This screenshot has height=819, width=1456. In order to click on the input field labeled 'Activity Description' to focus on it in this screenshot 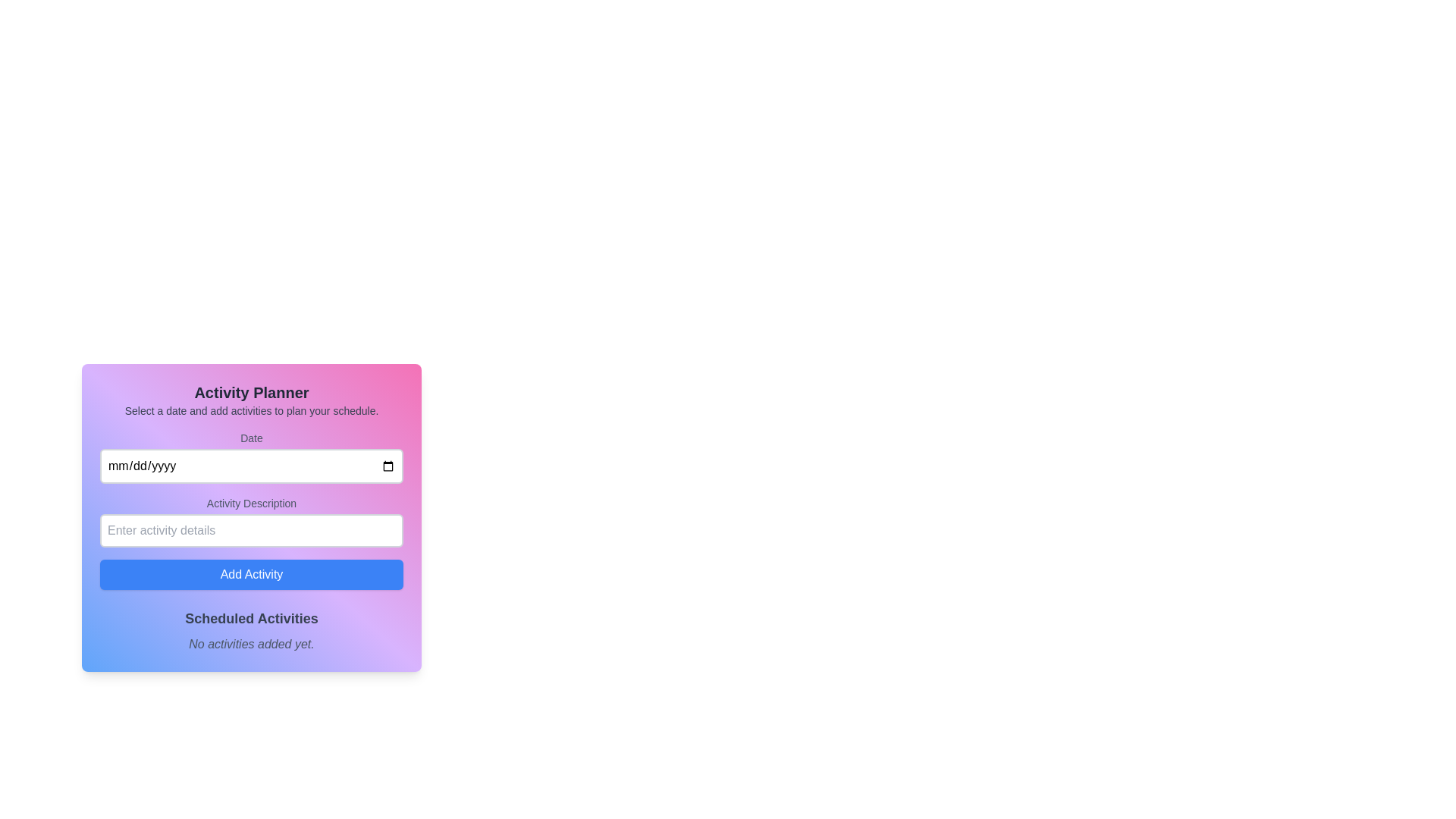, I will do `click(251, 520)`.